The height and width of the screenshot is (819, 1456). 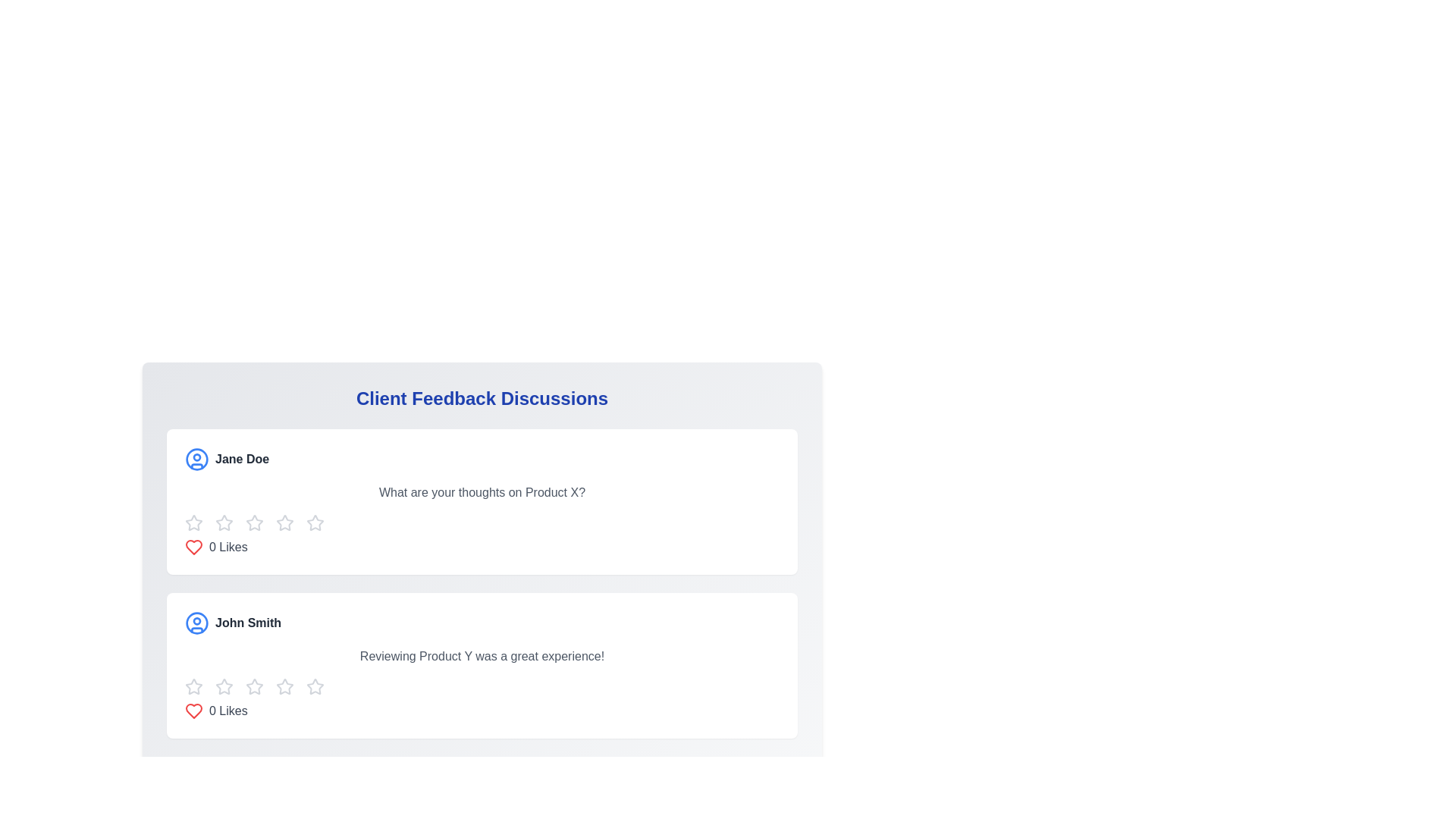 What do you see at coordinates (315, 687) in the screenshot?
I see `the last star icon` at bounding box center [315, 687].